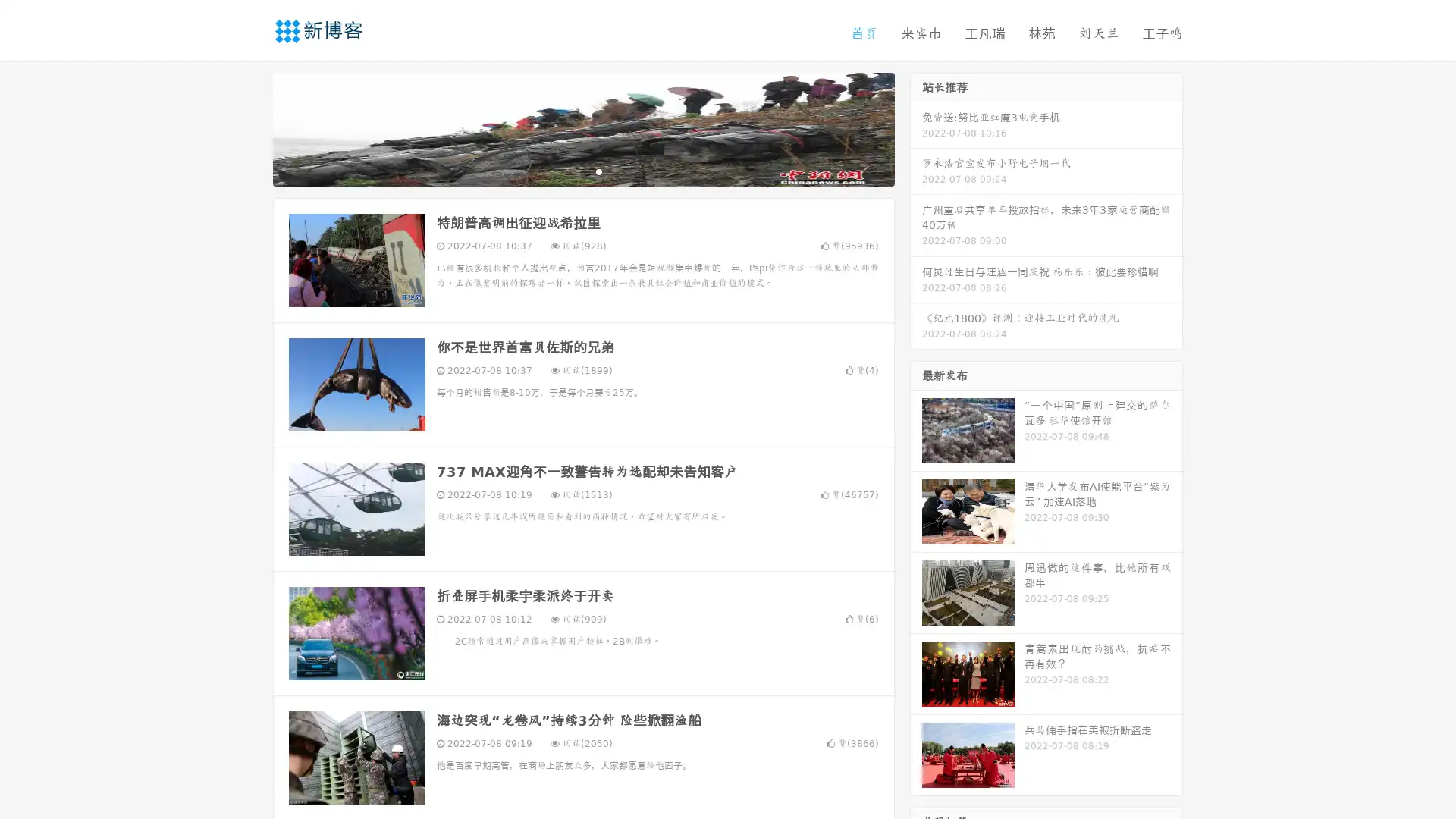 This screenshot has width=1456, height=819. What do you see at coordinates (598, 171) in the screenshot?
I see `Go to slide 3` at bounding box center [598, 171].